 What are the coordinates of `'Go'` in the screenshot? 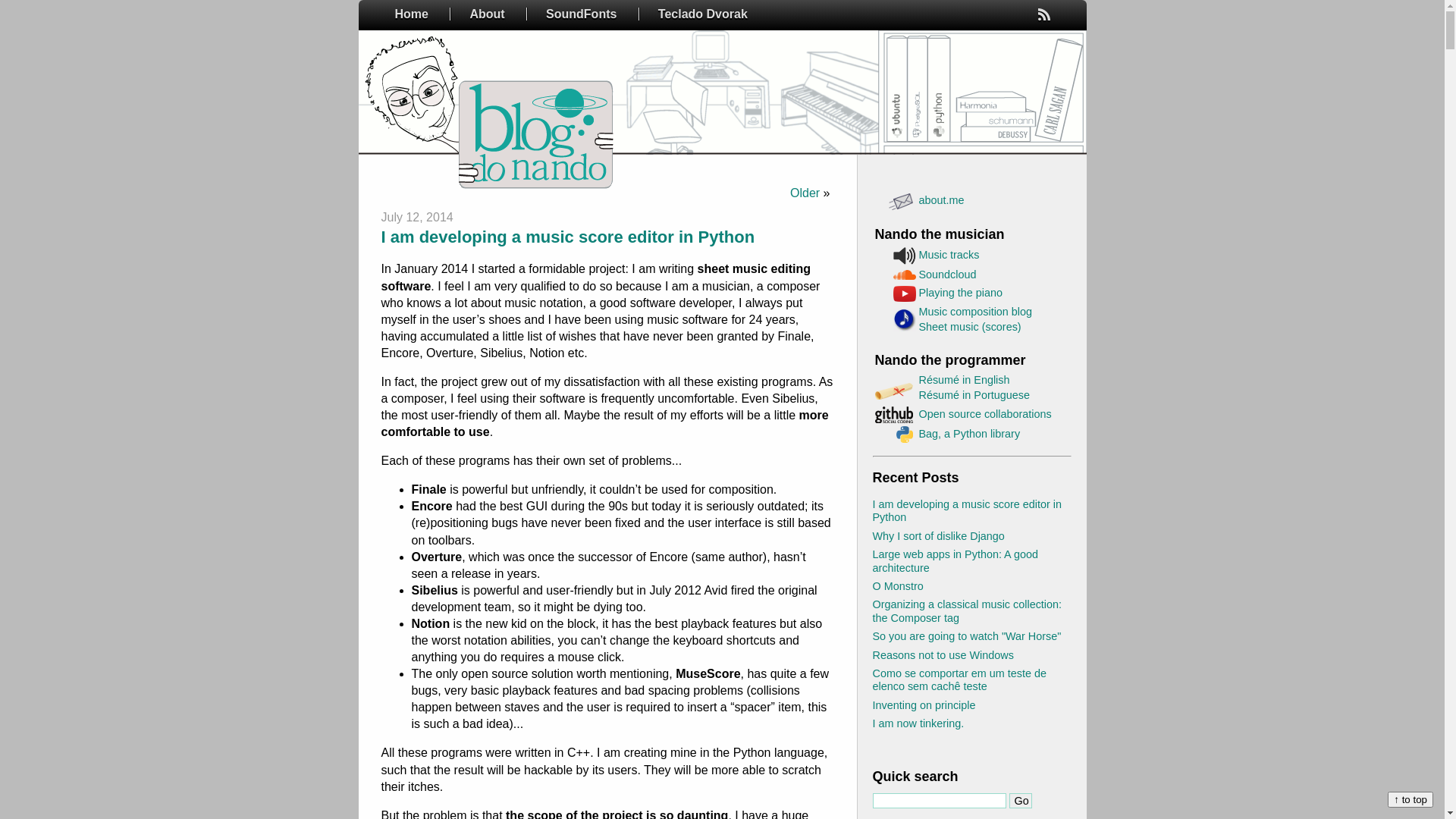 It's located at (1019, 800).